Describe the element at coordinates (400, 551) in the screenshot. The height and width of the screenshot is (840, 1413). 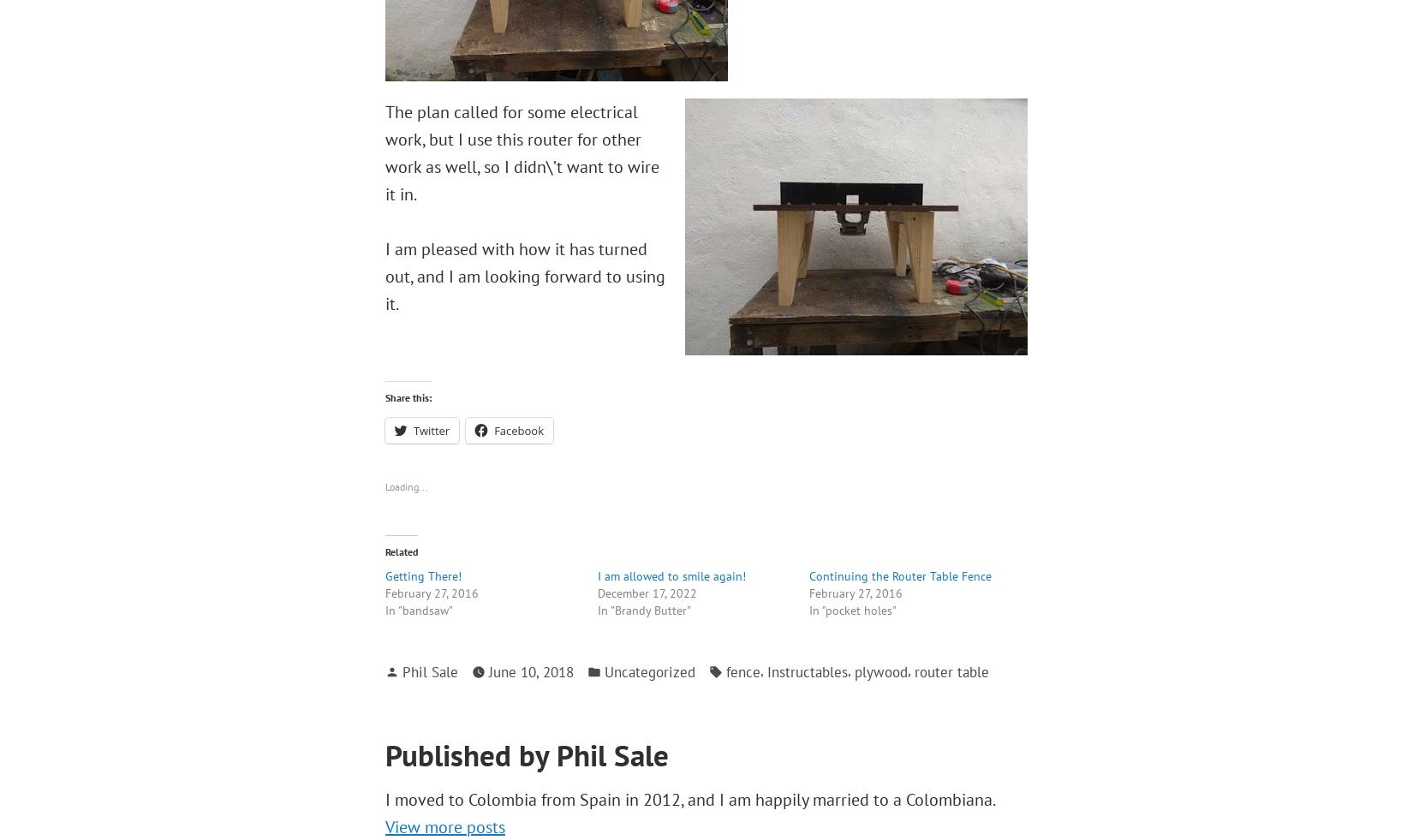
I see `'Related'` at that location.